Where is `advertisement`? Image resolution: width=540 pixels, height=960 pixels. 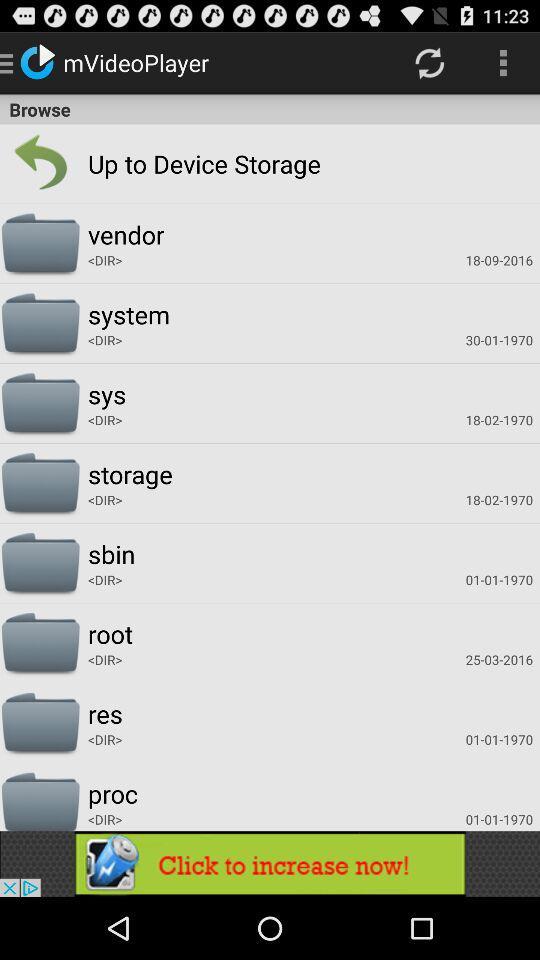
advertisement is located at coordinates (270, 863).